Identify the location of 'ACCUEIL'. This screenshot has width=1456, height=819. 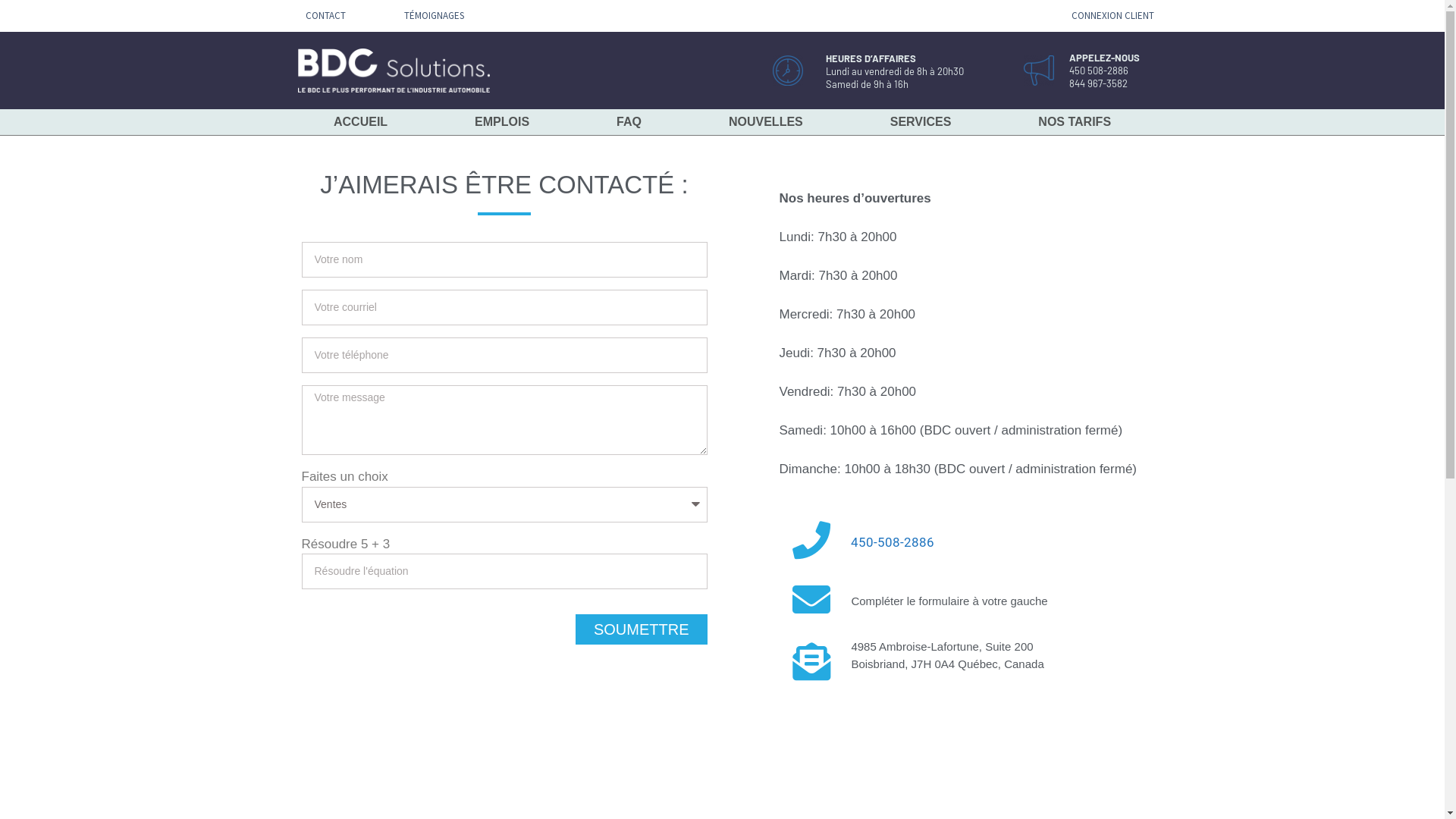
(359, 121).